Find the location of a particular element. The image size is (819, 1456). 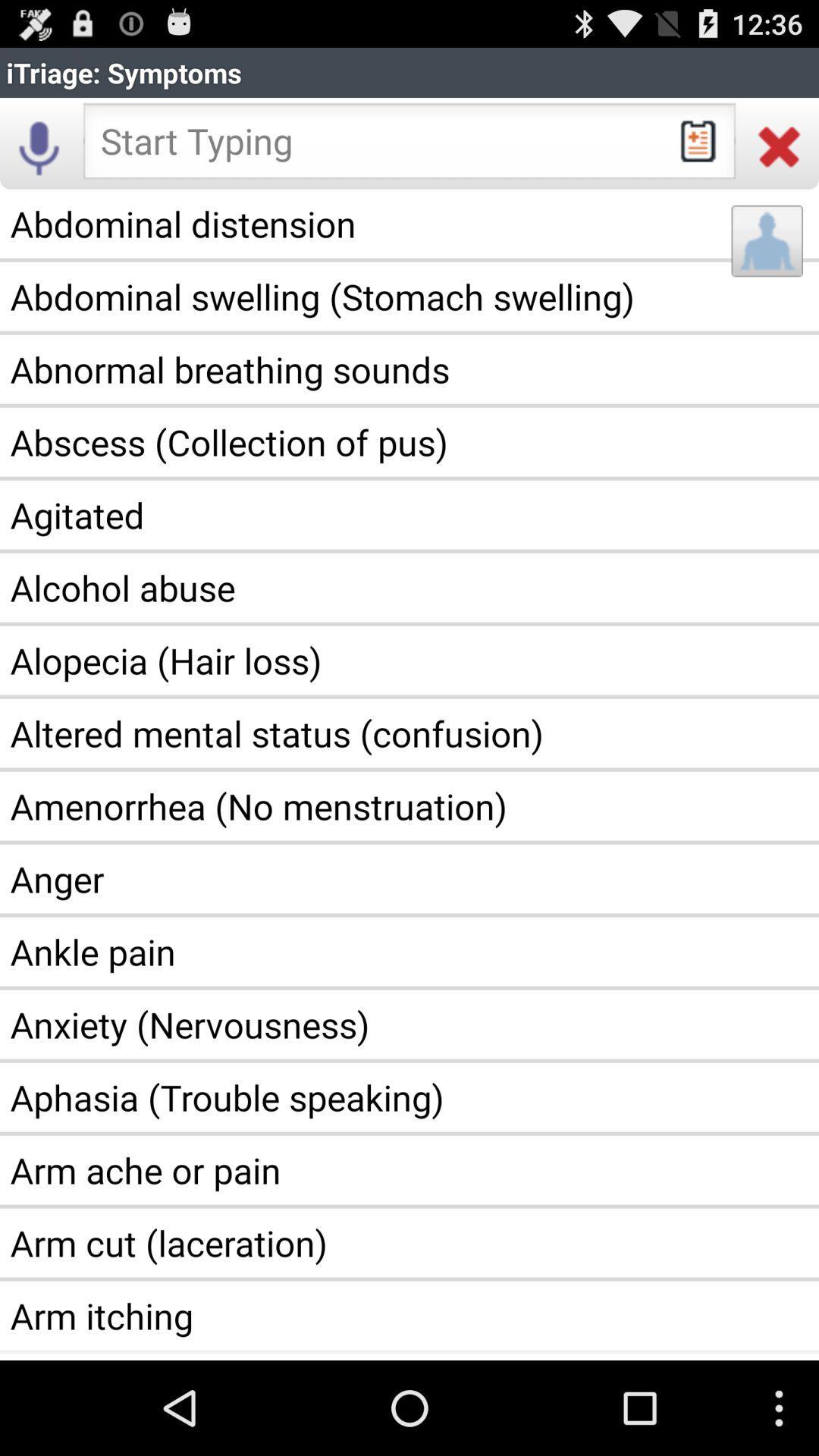

the abnormal breathing sounds is located at coordinates (409, 369).